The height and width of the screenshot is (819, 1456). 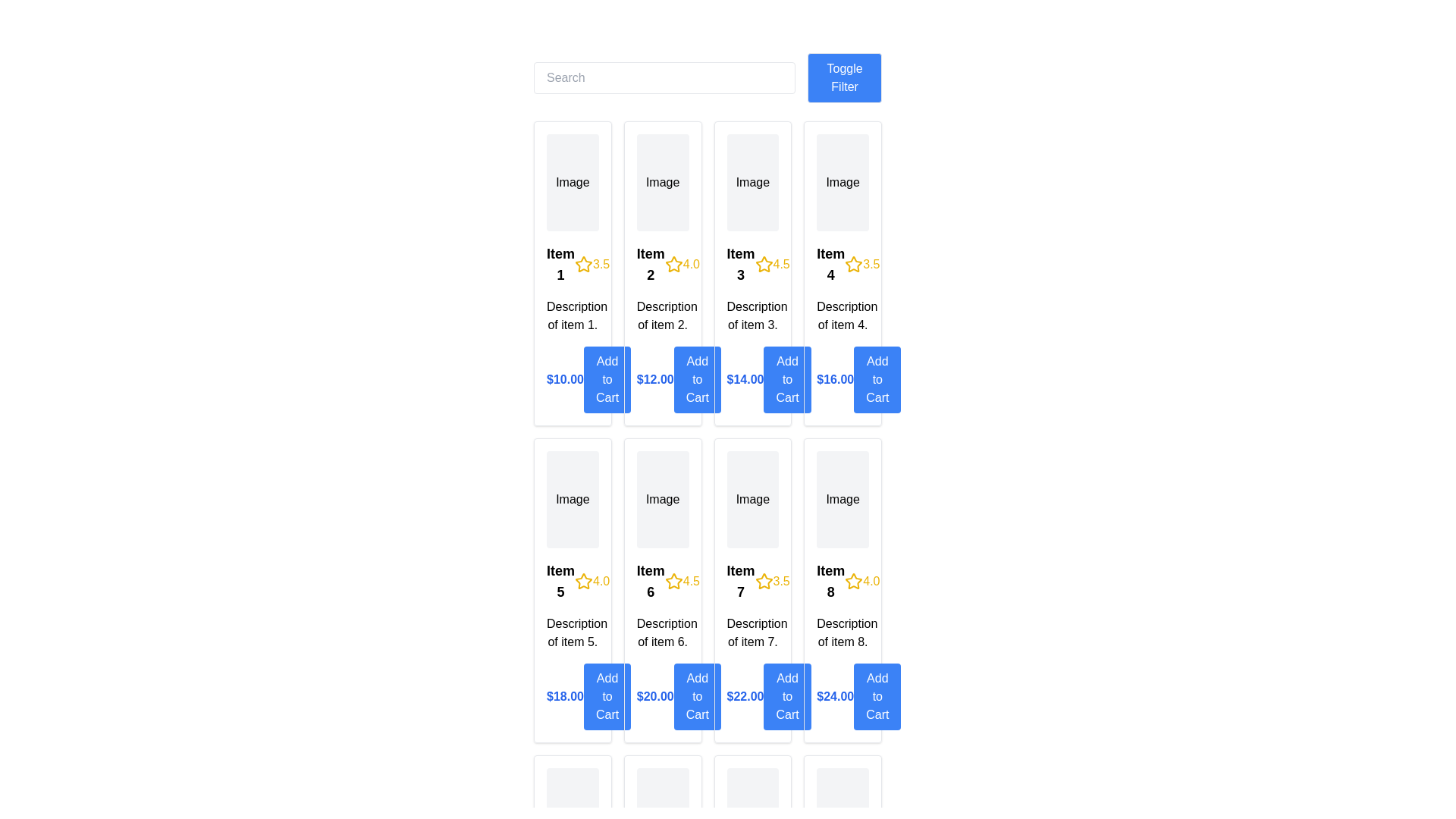 What do you see at coordinates (842, 581) in the screenshot?
I see `the rating indicator element that shows 'Item 8' with a score of '4.0' and a golden star icon` at bounding box center [842, 581].